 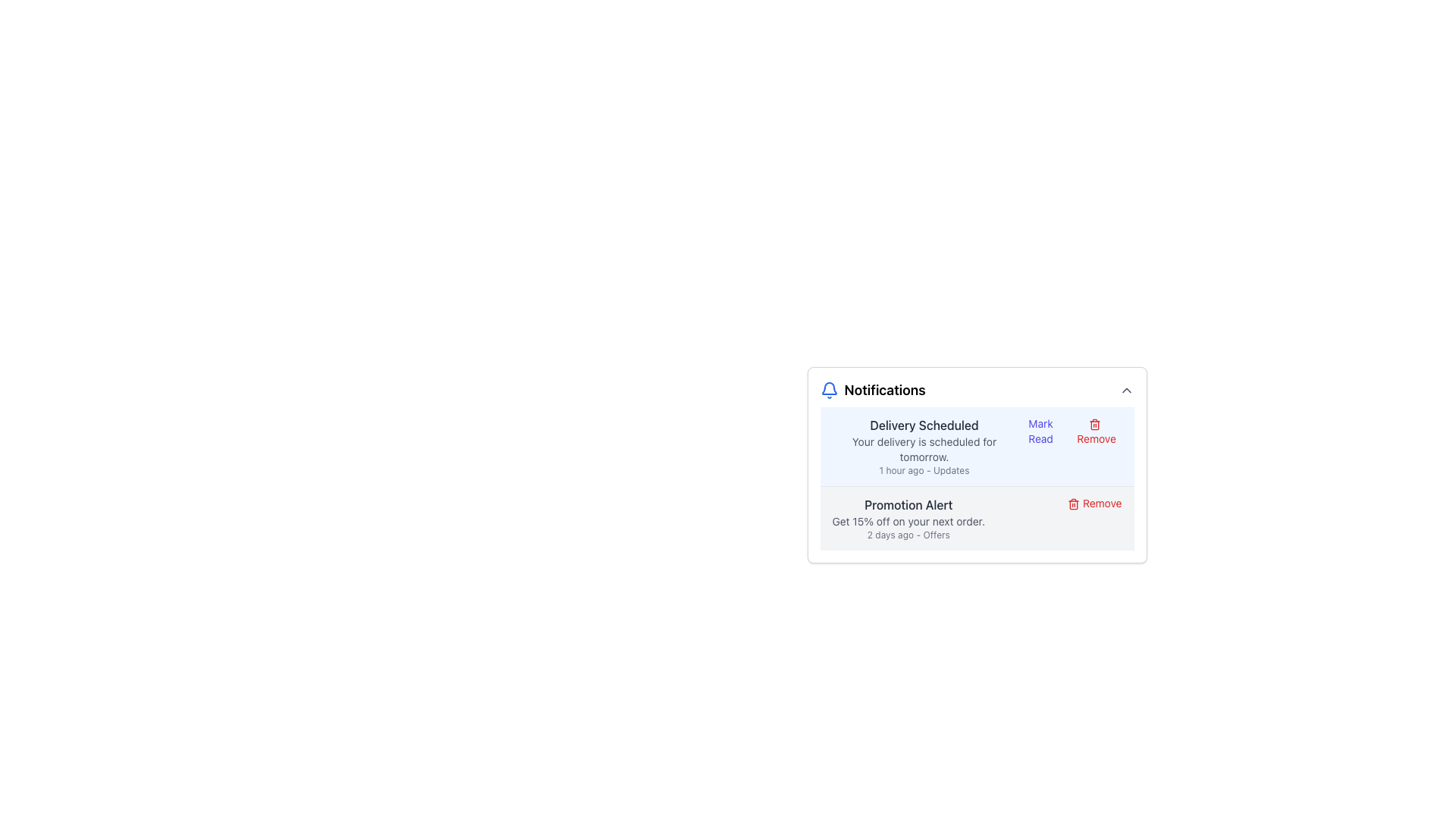 I want to click on text from the 'Promotion Alert' notification box, which contains the title, subtitle, and timestamp information, so click(x=908, y=517).